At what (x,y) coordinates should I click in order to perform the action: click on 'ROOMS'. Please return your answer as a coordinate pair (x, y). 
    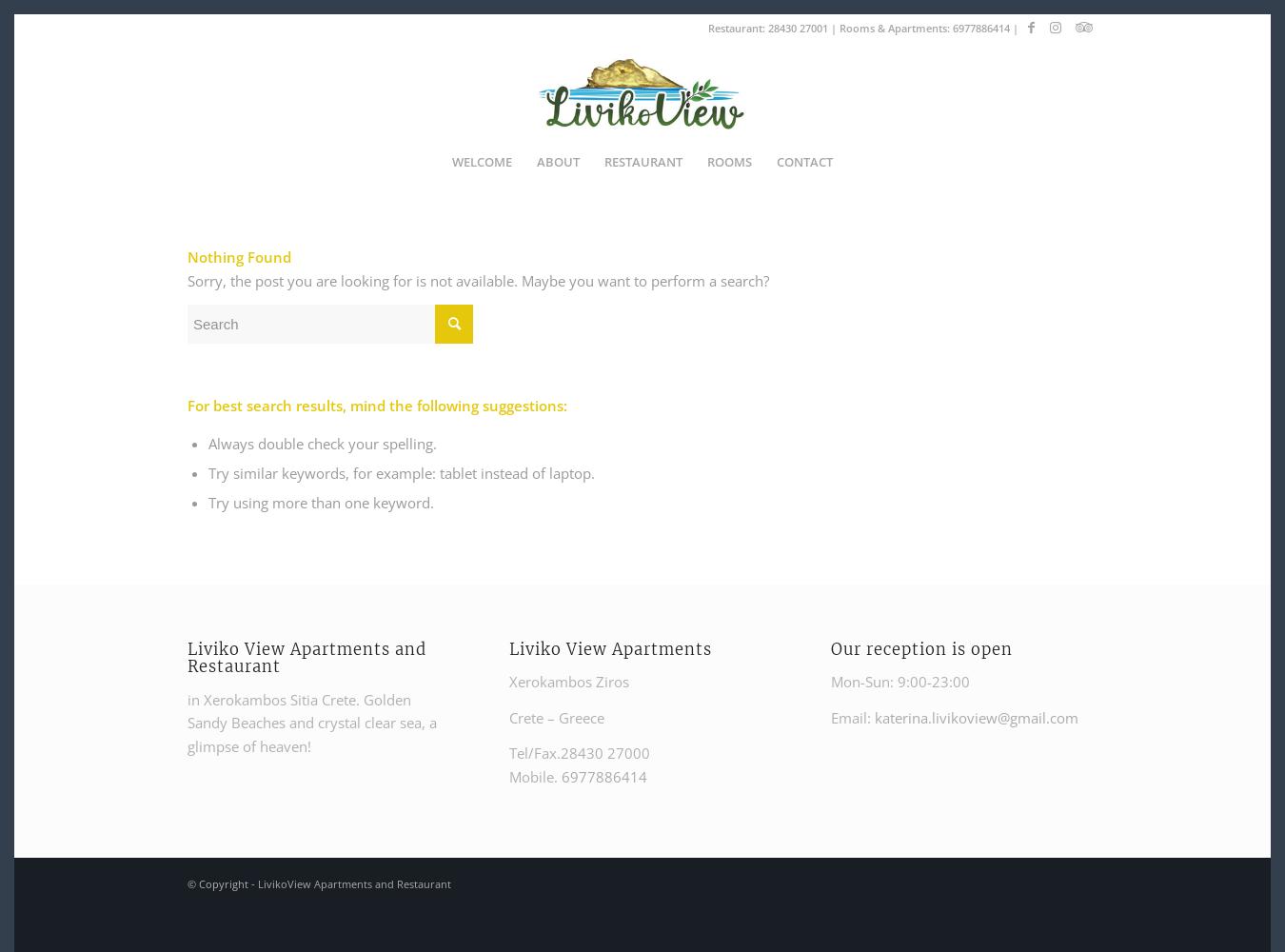
    Looking at the image, I should click on (728, 162).